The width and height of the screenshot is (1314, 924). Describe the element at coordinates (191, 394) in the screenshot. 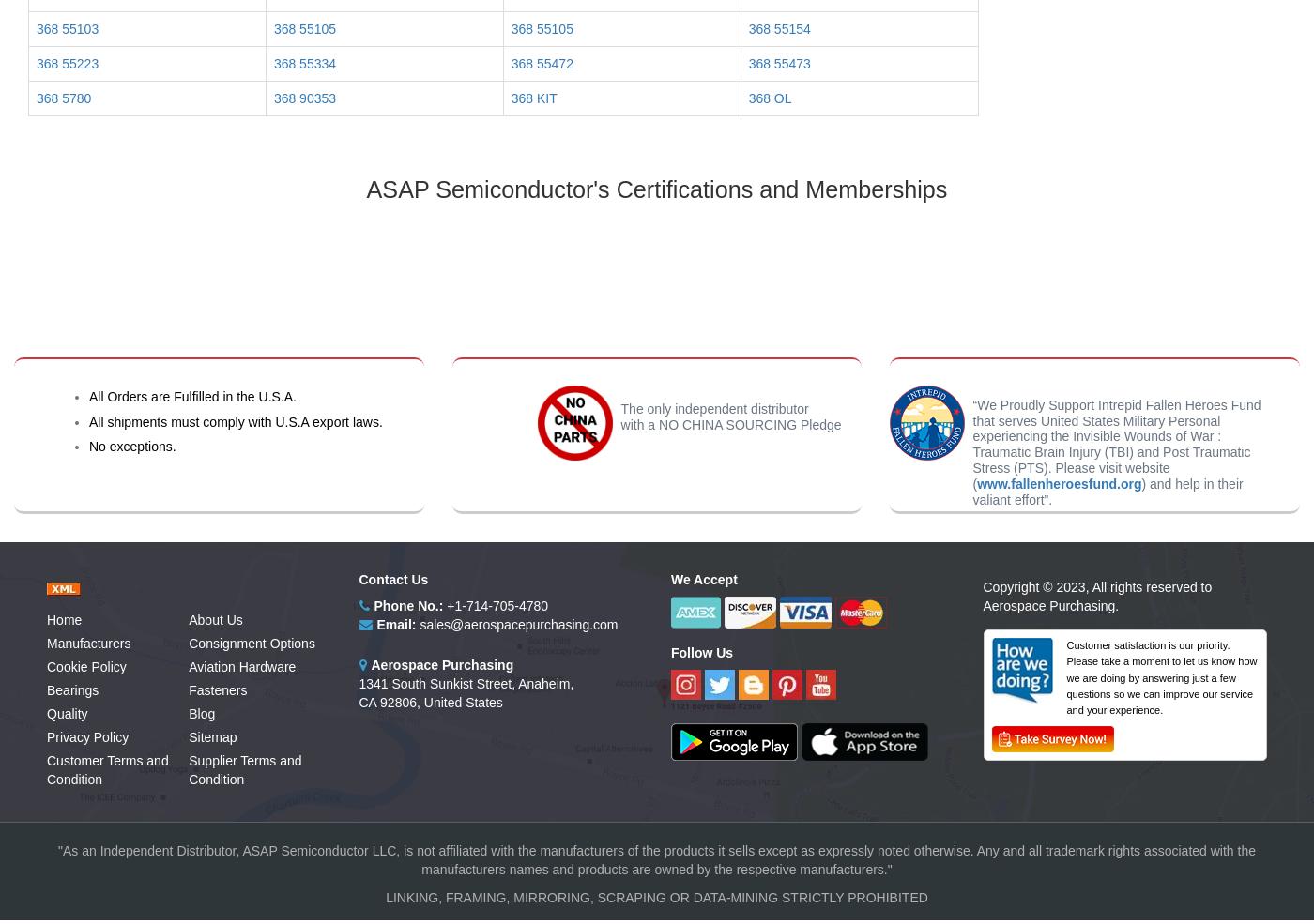

I see `'All Orders are Fulfilled in the U.S.A.'` at that location.